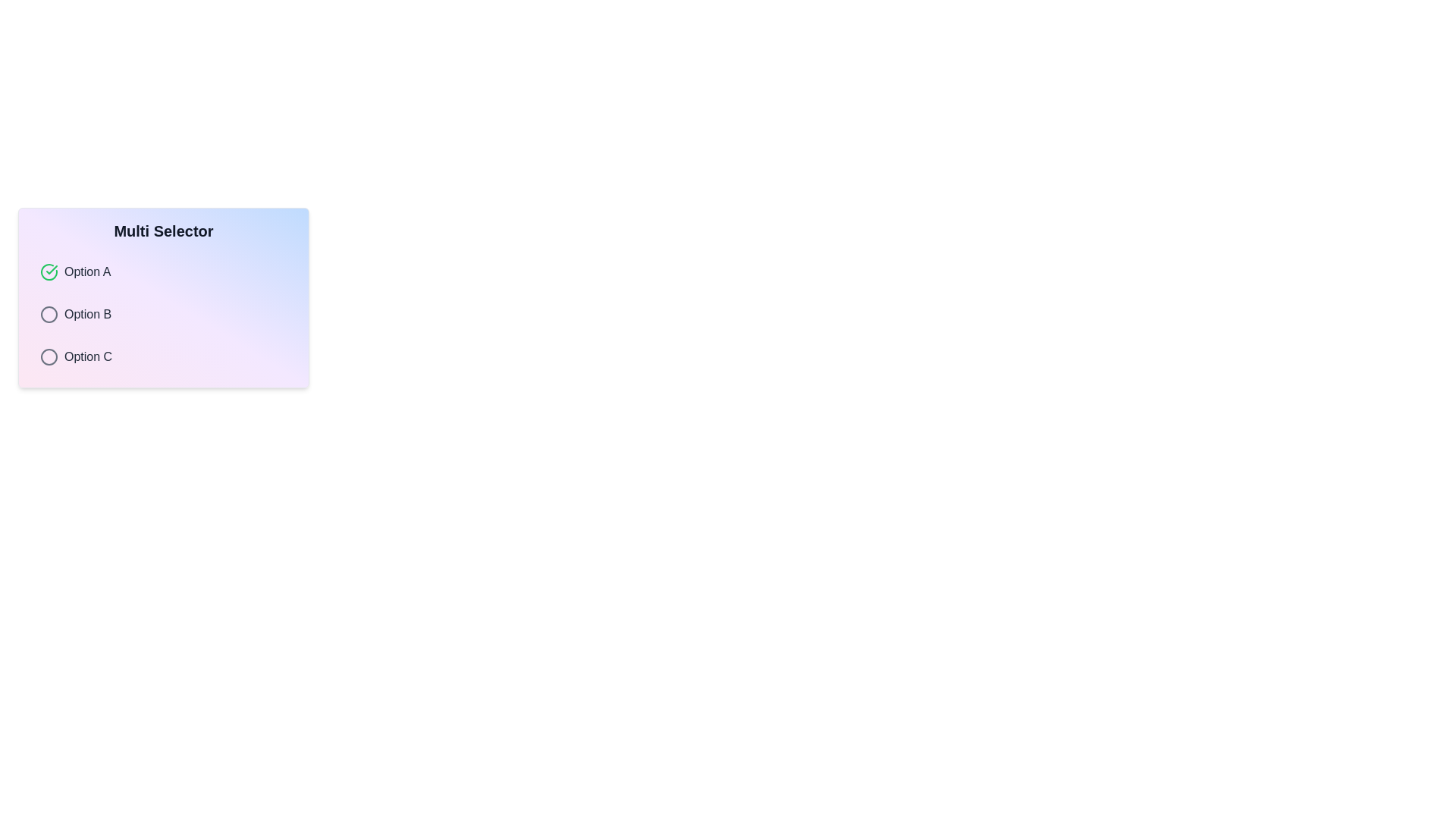 This screenshot has height=819, width=1456. What do you see at coordinates (164, 314) in the screenshot?
I see `the option Option B from the list` at bounding box center [164, 314].